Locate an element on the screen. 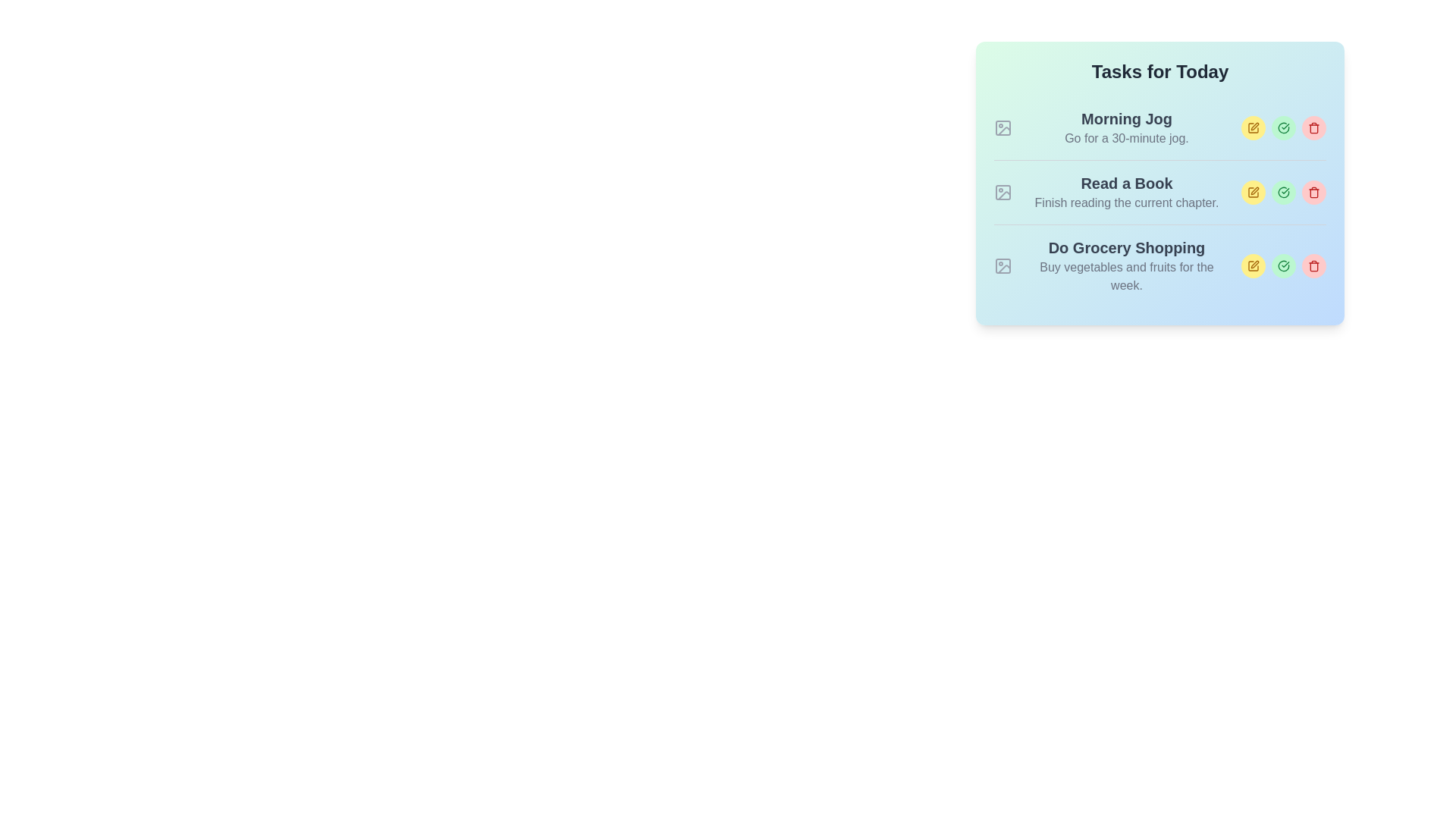  the first button in the row of three, located next to the 'Morning Jog' text is located at coordinates (1253, 127).